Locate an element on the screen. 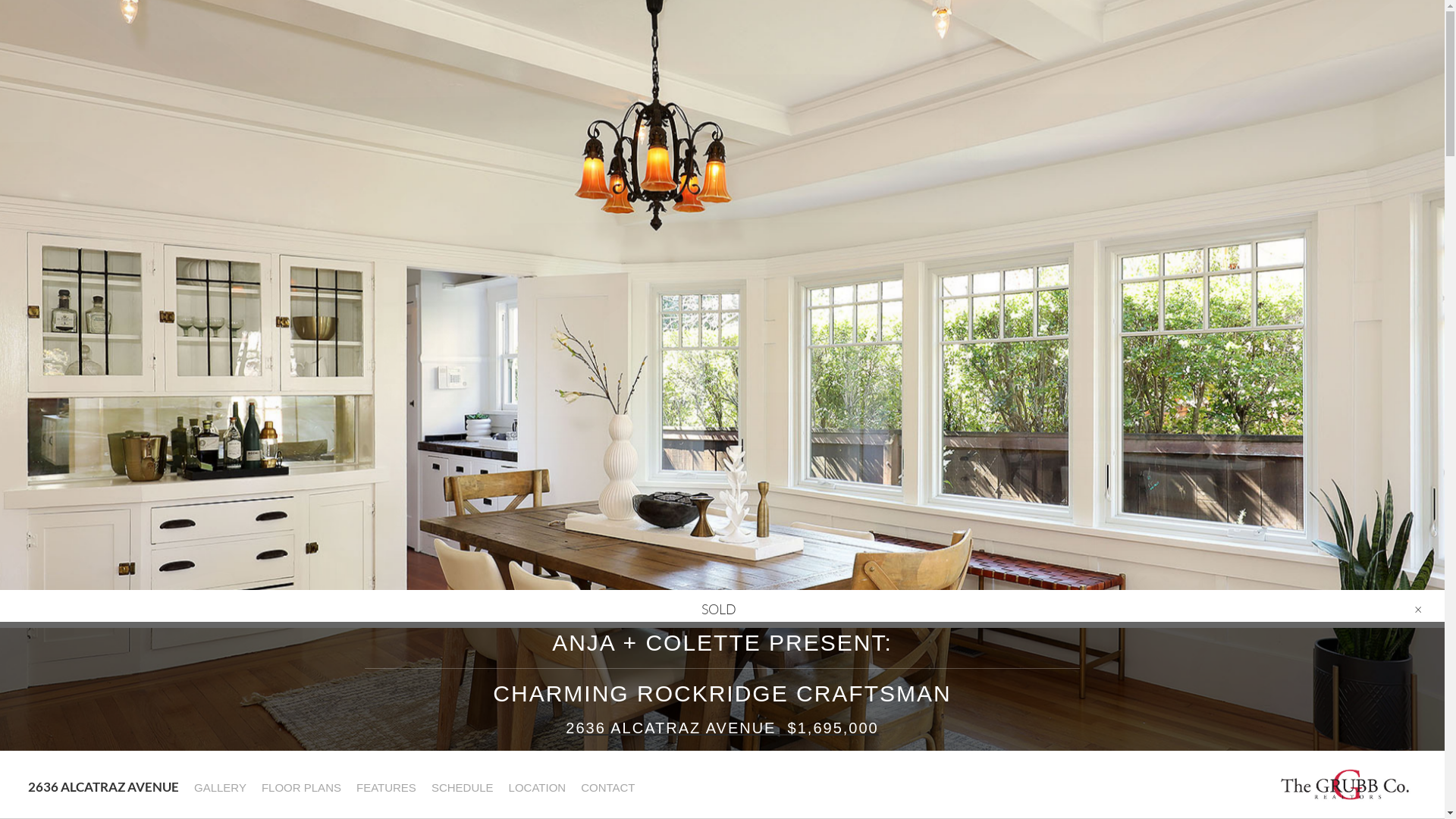 The image size is (1456, 819). 'CONTACT' is located at coordinates (607, 786).